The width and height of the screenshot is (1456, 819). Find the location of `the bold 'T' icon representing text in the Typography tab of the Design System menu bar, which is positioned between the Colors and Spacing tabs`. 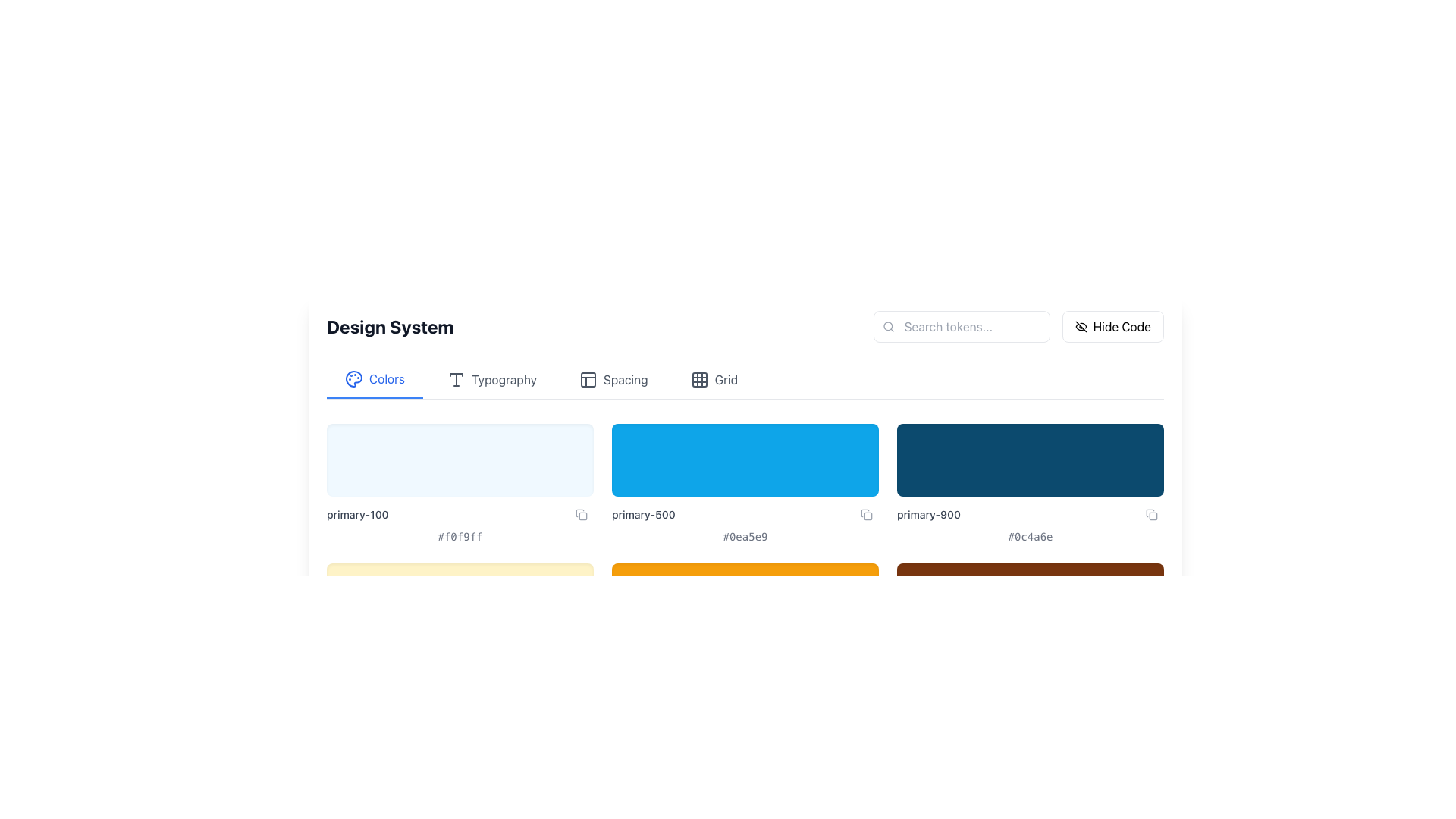

the bold 'T' icon representing text in the Typography tab of the Design System menu bar, which is positioned between the Colors and Spacing tabs is located at coordinates (455, 379).